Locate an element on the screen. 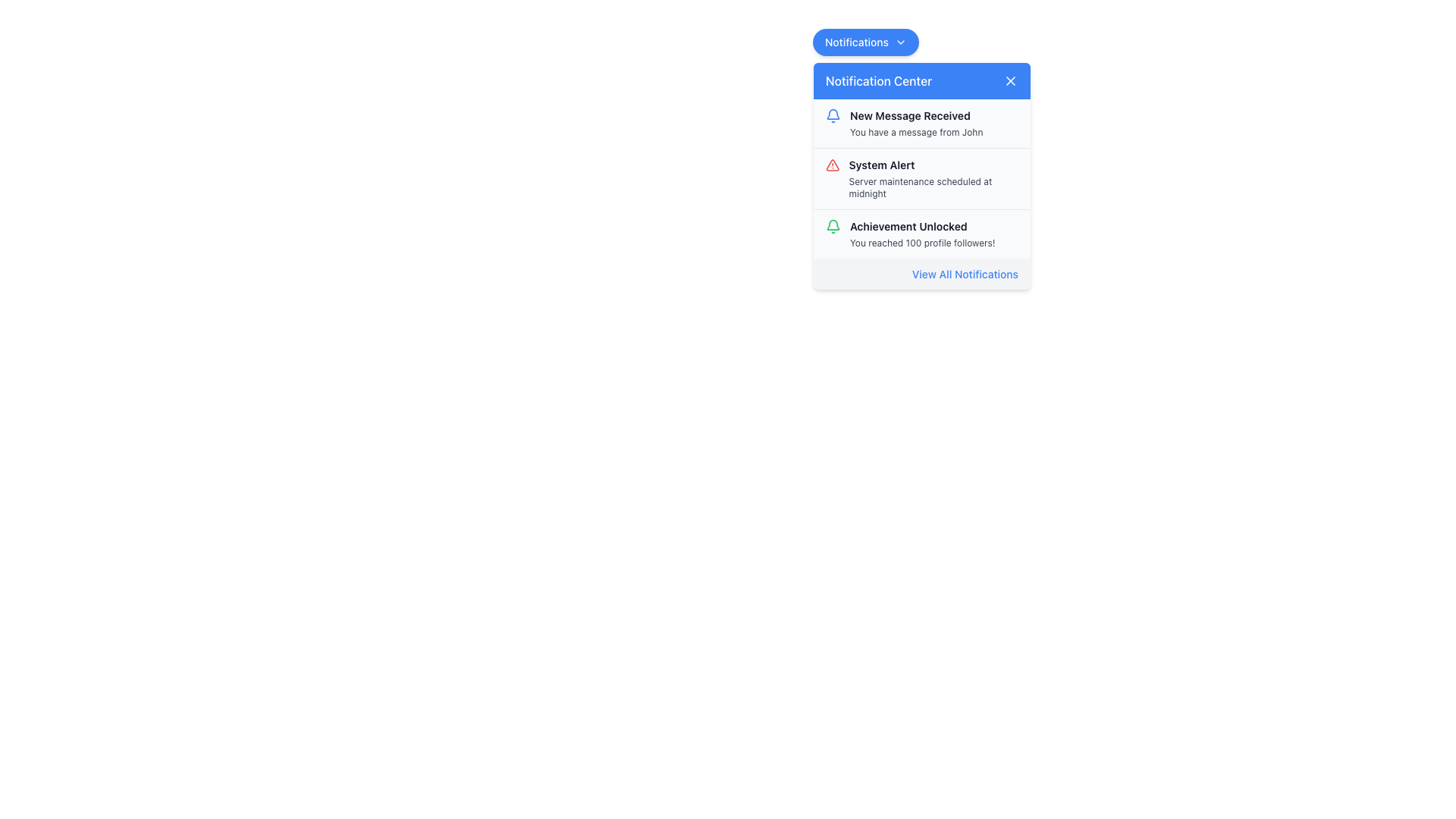  title of the notification pop-up from the static text label, which is located at the top section of the notification pop-up, centered within the blue header bar is located at coordinates (879, 81).